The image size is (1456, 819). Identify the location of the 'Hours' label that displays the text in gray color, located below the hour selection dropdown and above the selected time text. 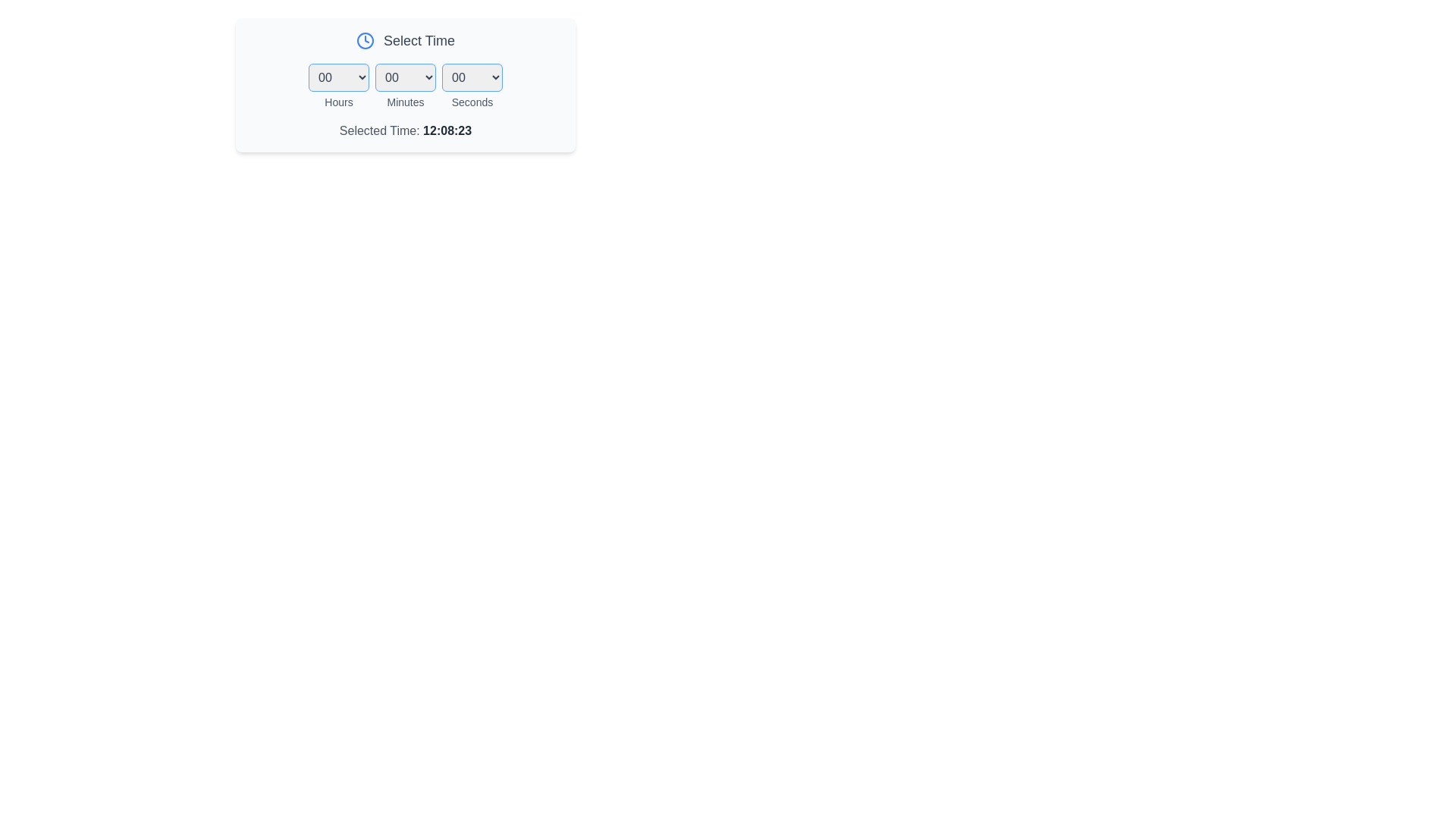
(337, 102).